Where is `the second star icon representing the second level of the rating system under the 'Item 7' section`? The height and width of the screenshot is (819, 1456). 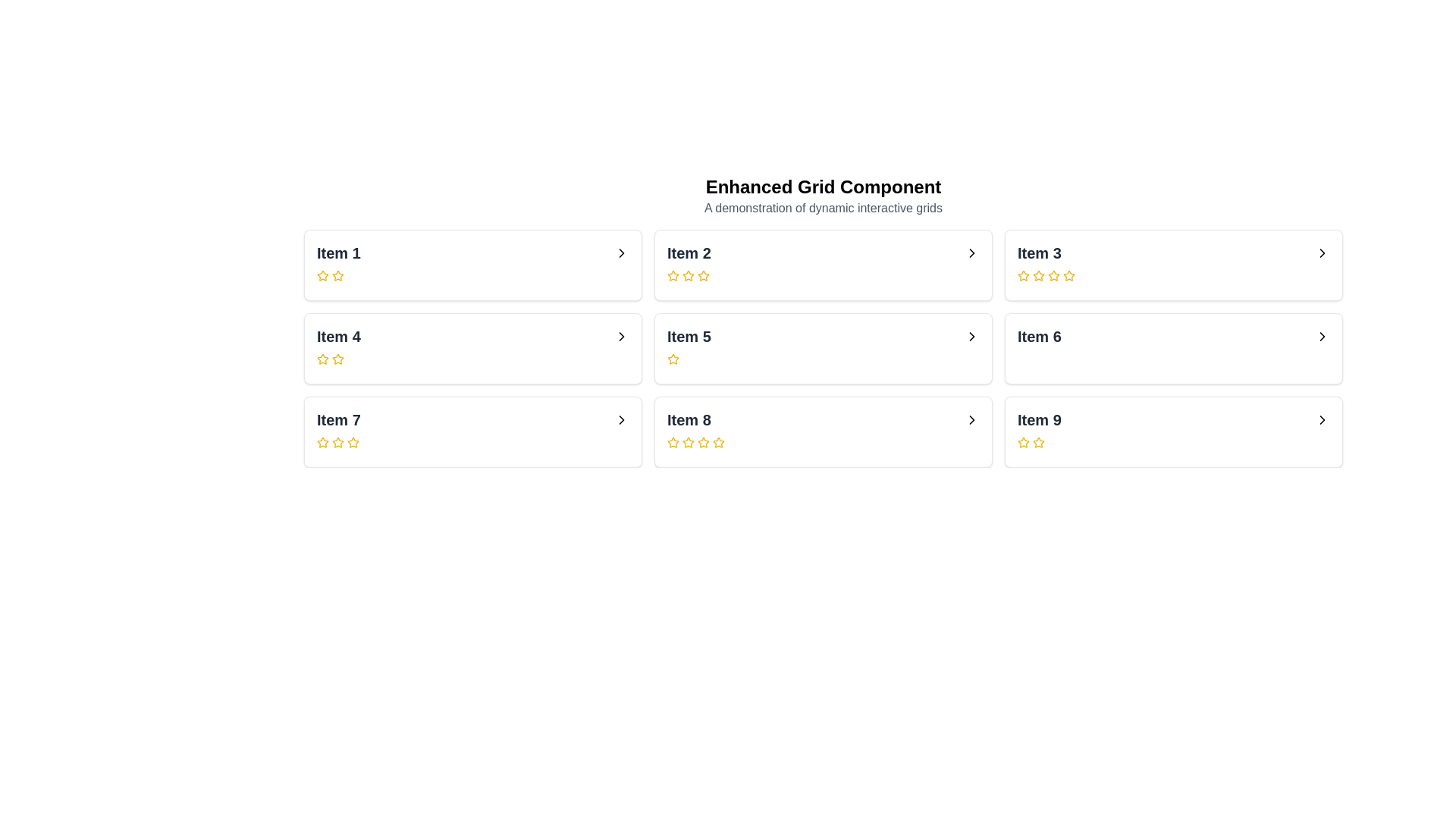
the second star icon representing the second level of the rating system under the 'Item 7' section is located at coordinates (352, 442).